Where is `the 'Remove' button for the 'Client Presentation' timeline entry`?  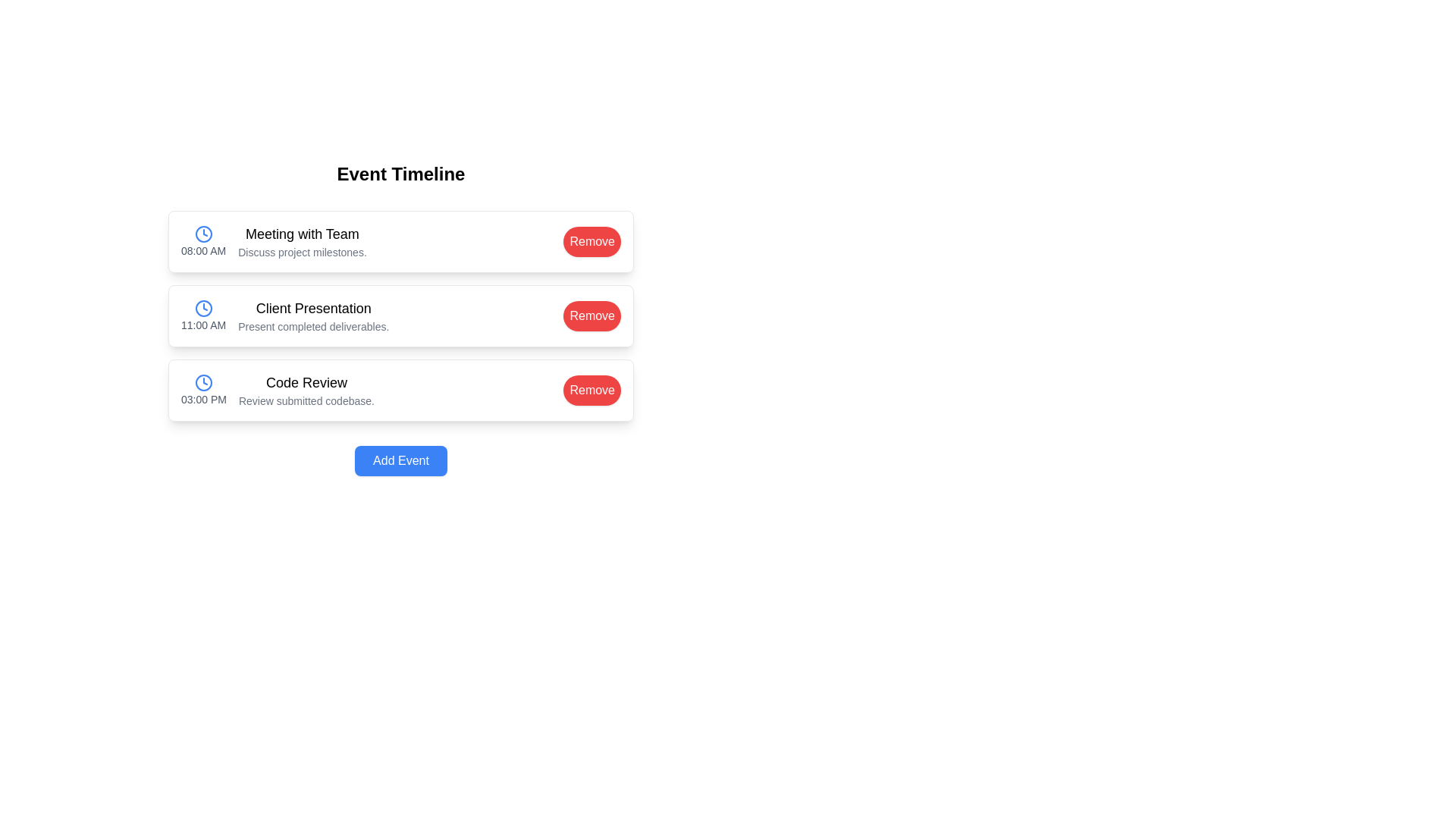
the 'Remove' button for the 'Client Presentation' timeline entry is located at coordinates (591, 315).